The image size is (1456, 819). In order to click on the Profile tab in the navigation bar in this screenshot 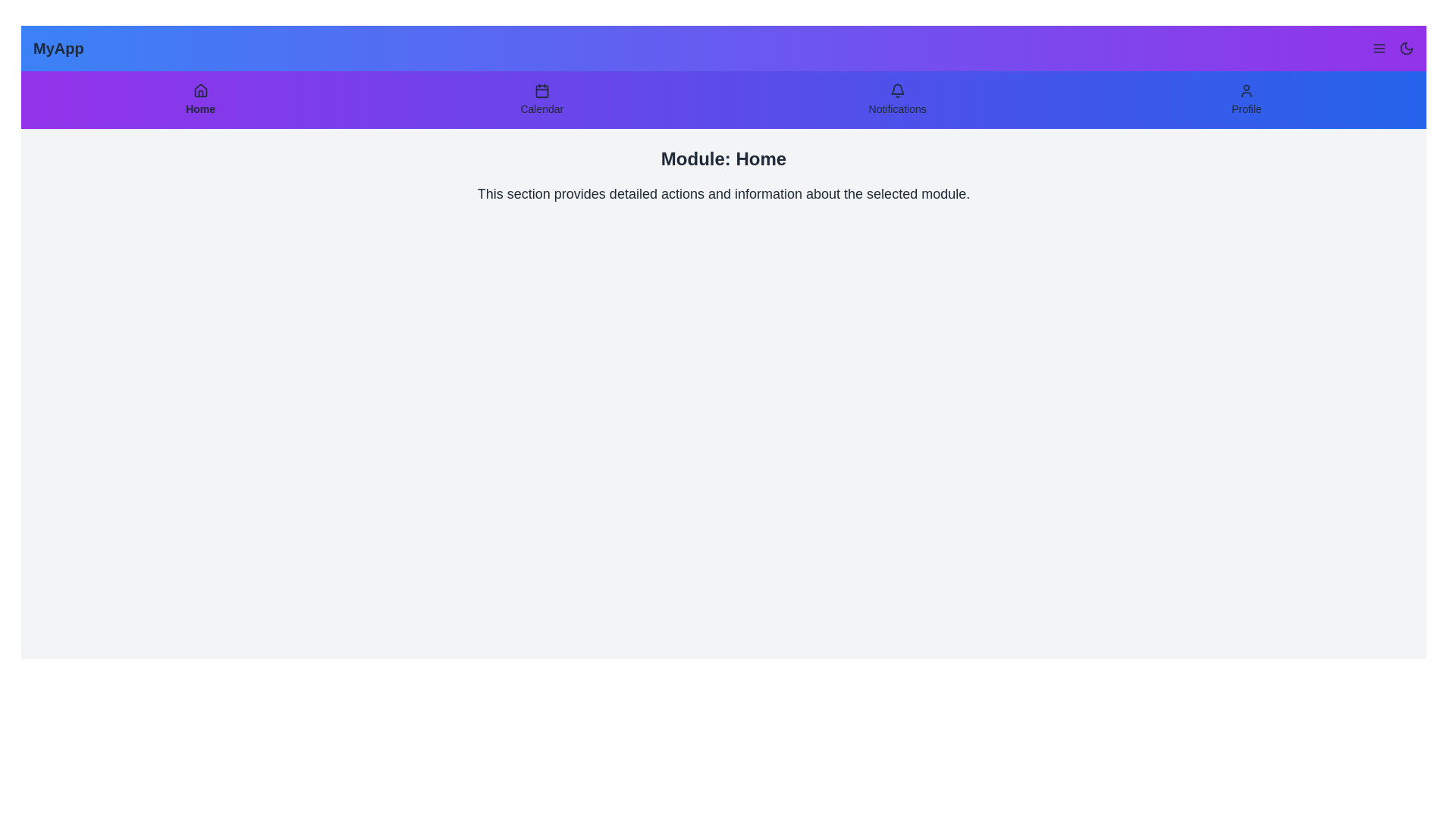, I will do `click(1246, 99)`.